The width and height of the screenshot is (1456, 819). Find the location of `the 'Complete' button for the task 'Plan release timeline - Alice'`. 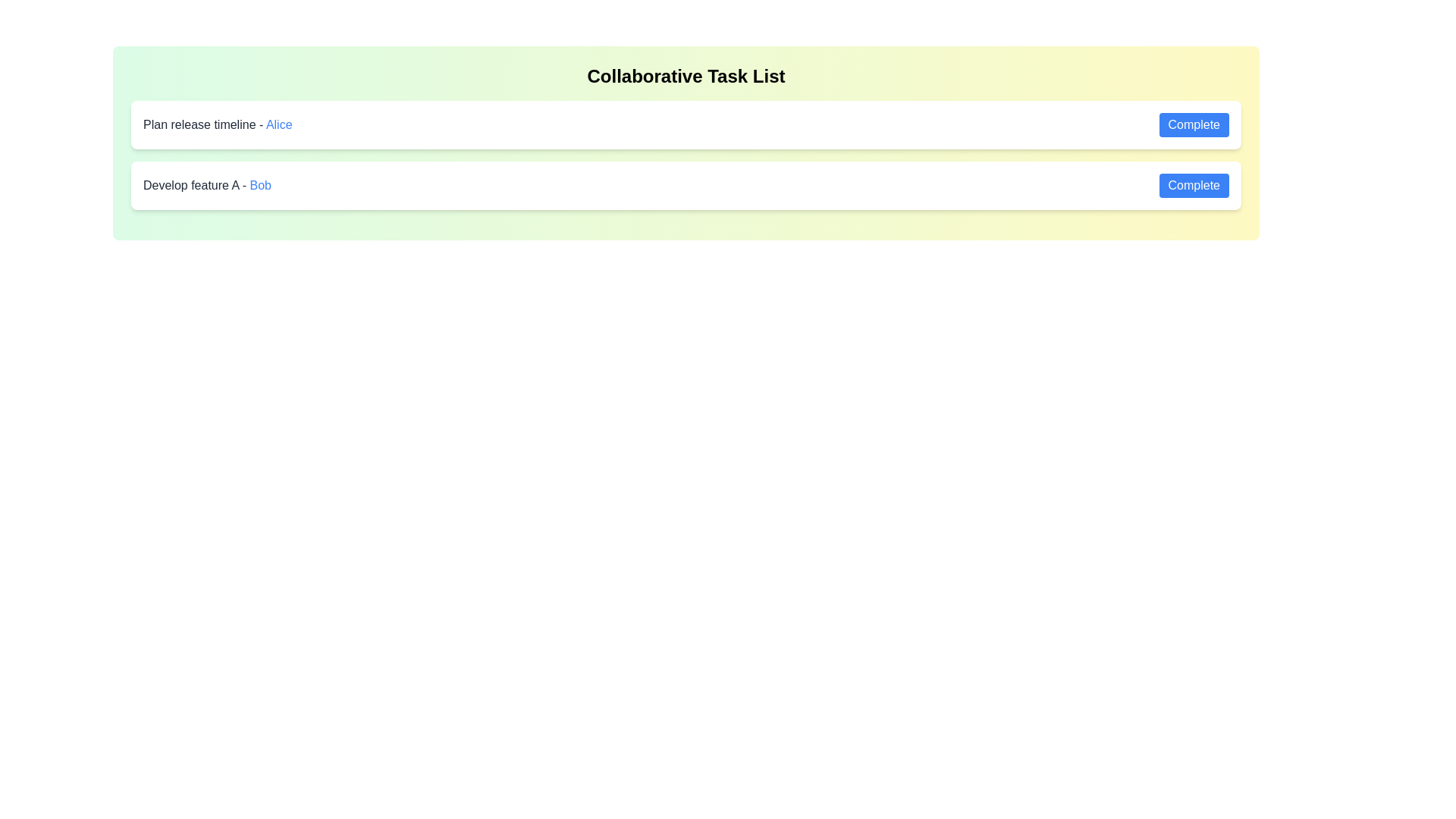

the 'Complete' button for the task 'Plan release timeline - Alice' is located at coordinates (1193, 124).